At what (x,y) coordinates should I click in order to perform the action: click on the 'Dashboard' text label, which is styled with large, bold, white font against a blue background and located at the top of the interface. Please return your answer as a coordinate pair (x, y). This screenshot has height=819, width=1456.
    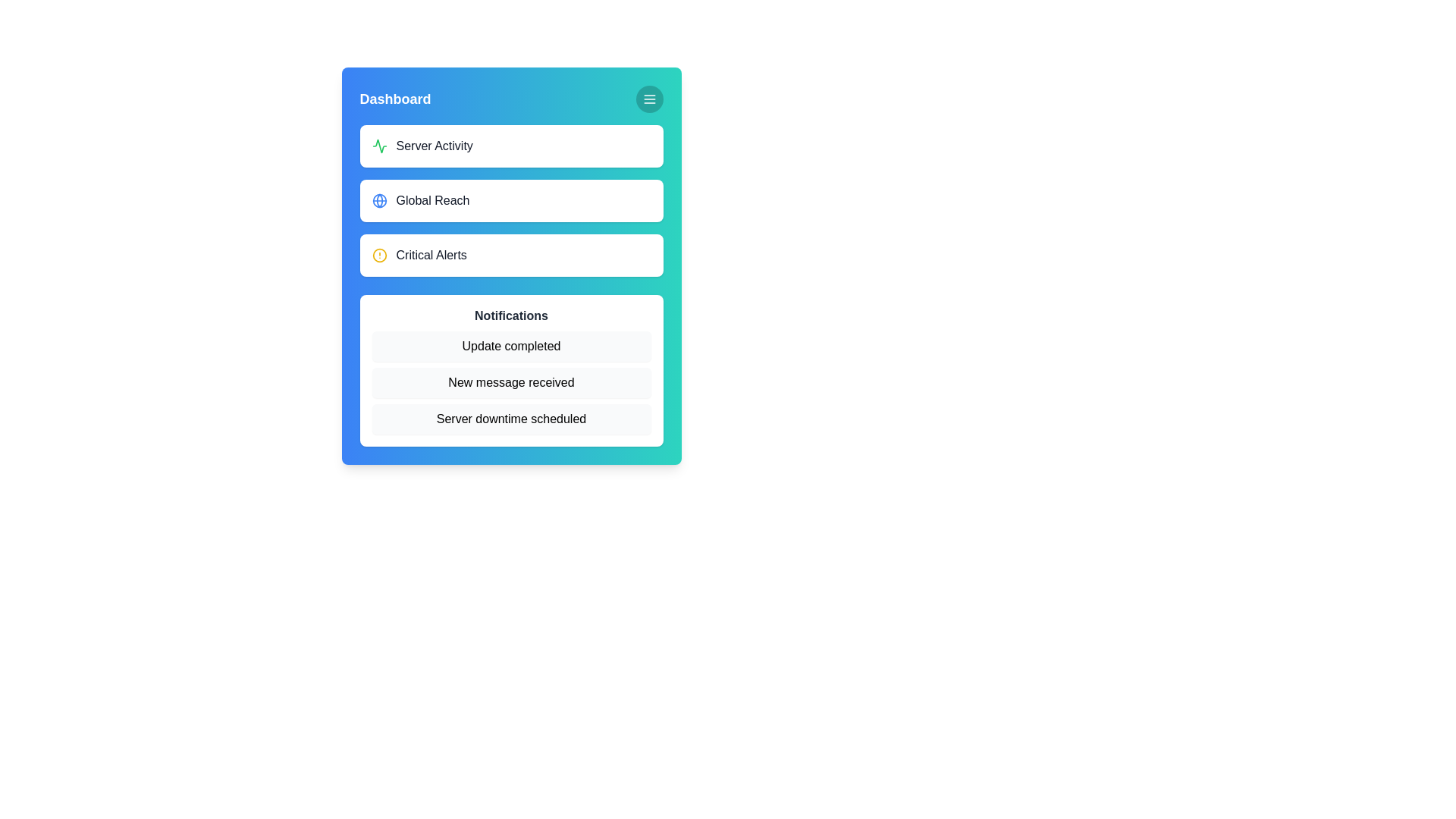
    Looking at the image, I should click on (395, 99).